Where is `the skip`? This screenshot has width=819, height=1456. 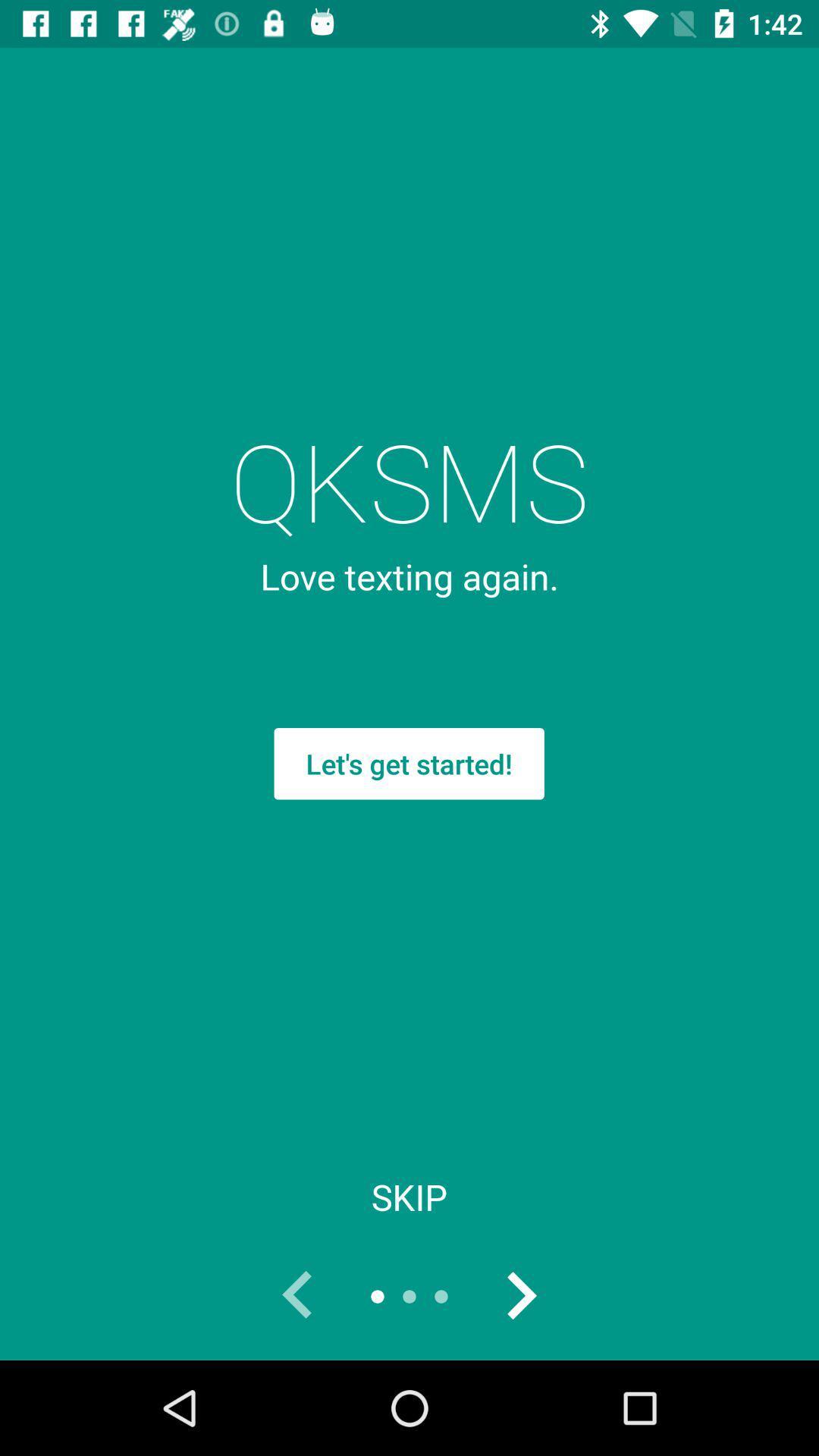 the skip is located at coordinates (409, 1196).